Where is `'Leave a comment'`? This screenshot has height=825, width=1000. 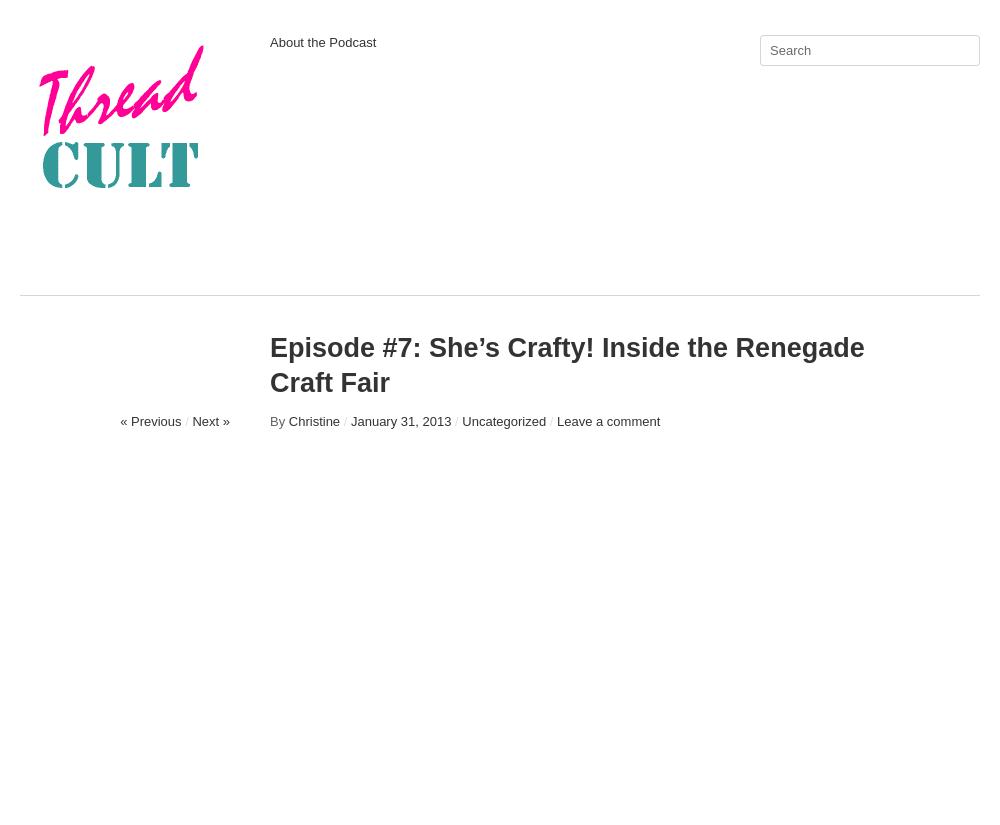
'Leave a comment' is located at coordinates (607, 421).